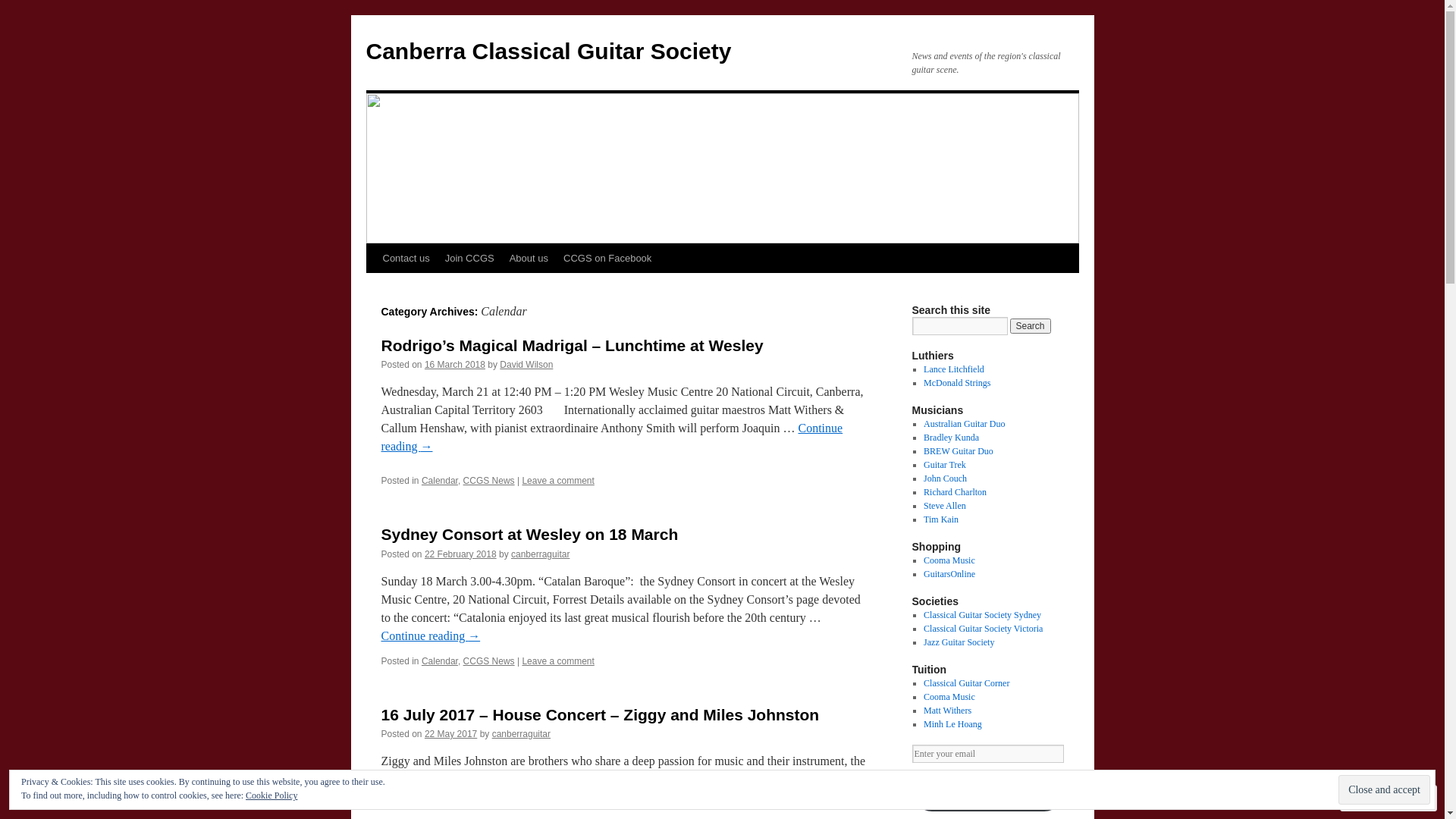  Describe the element at coordinates (425, 365) in the screenshot. I see `'16 March 2018'` at that location.